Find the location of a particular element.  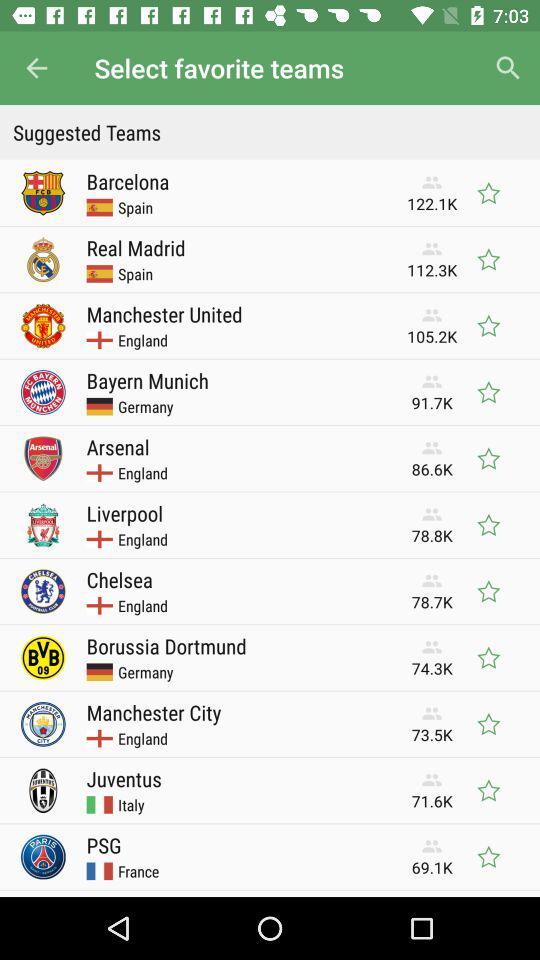

icon next to select favorite teams icon is located at coordinates (508, 68).